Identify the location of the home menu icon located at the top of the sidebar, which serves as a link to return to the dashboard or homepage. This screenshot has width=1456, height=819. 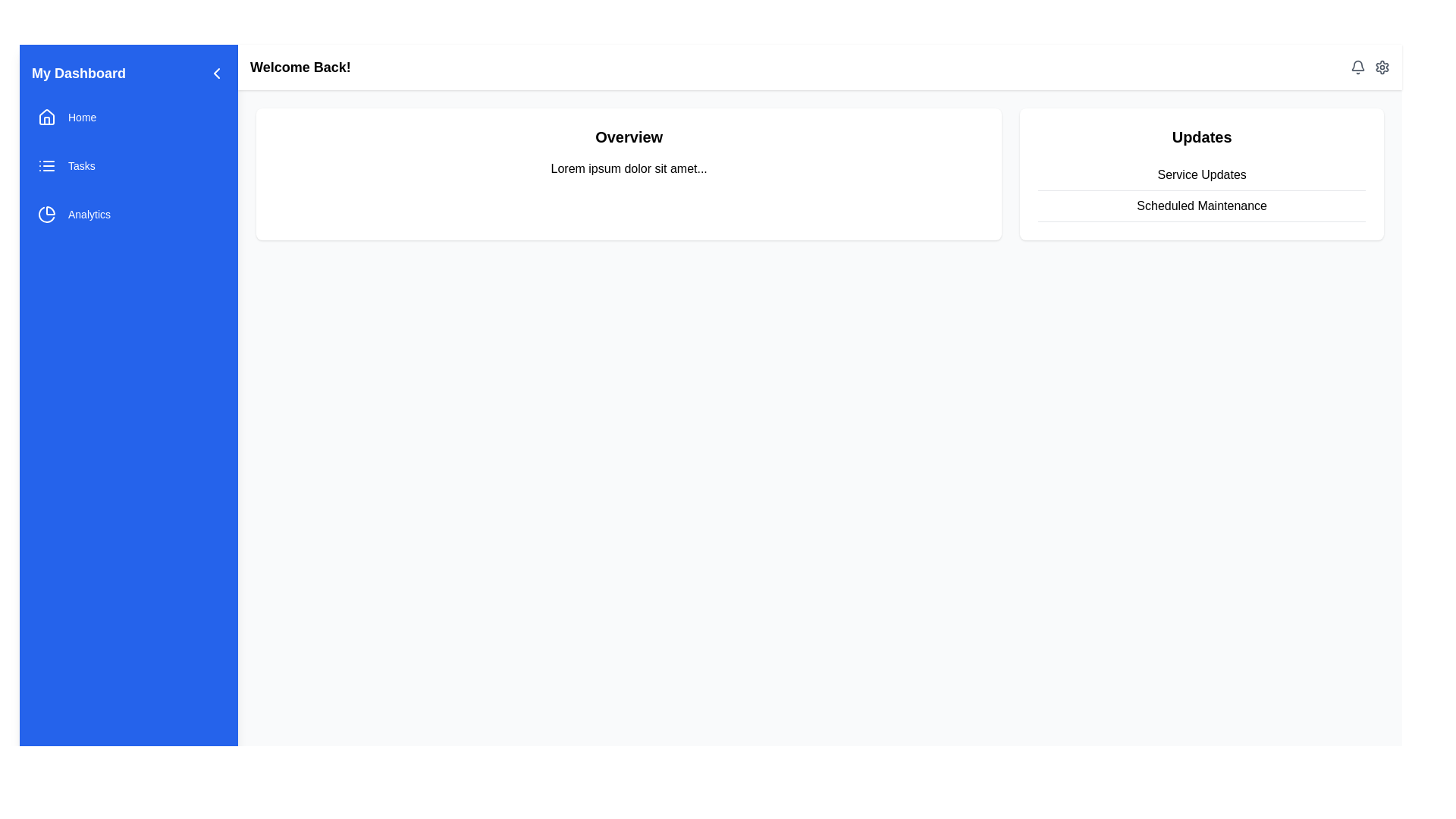
(47, 116).